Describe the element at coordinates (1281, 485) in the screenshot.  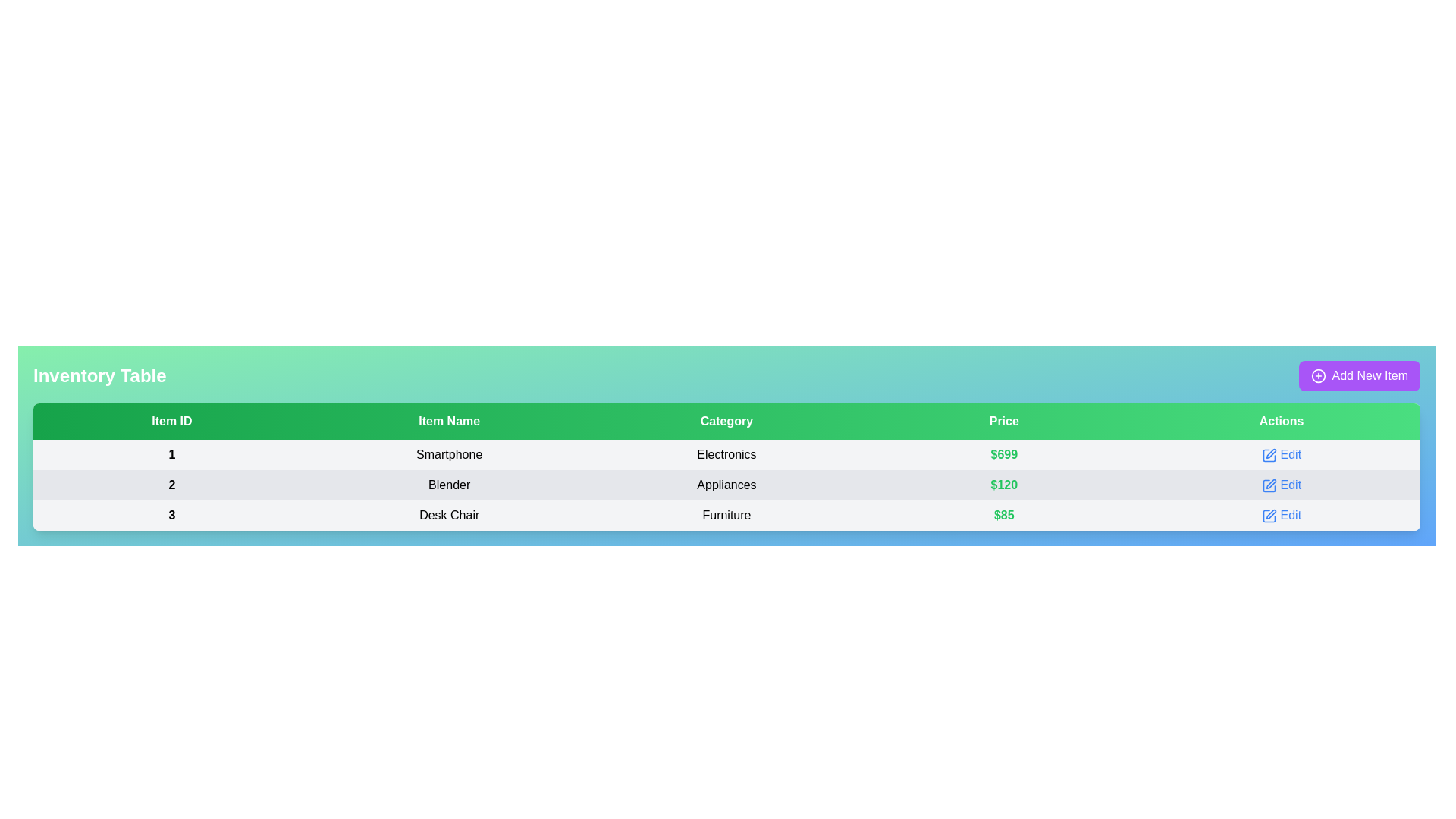
I see `the 'Edit' button with a pen icon in the 'Actions' column for the 'Blender' product` at that location.